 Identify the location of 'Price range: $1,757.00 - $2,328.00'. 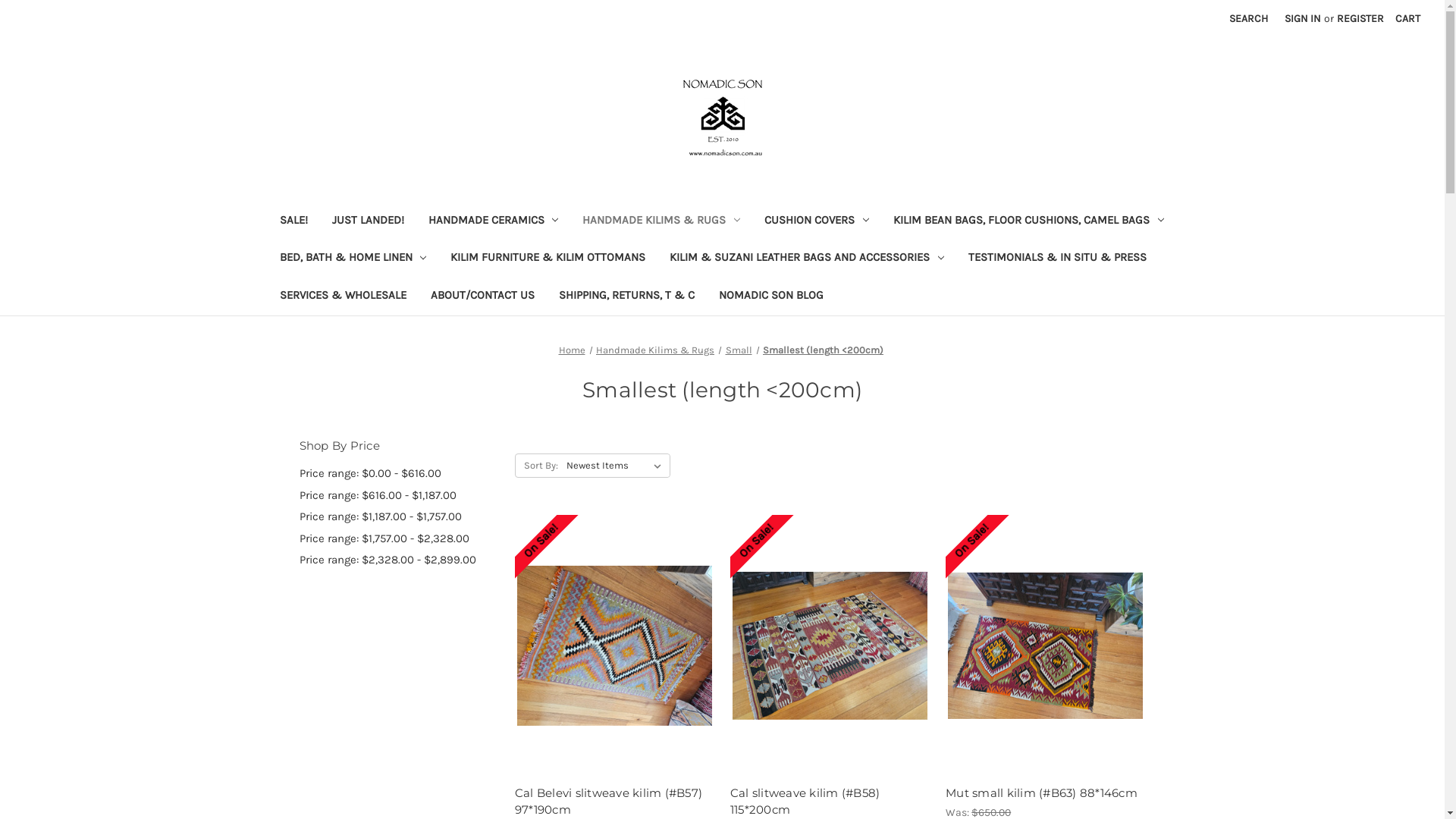
(398, 538).